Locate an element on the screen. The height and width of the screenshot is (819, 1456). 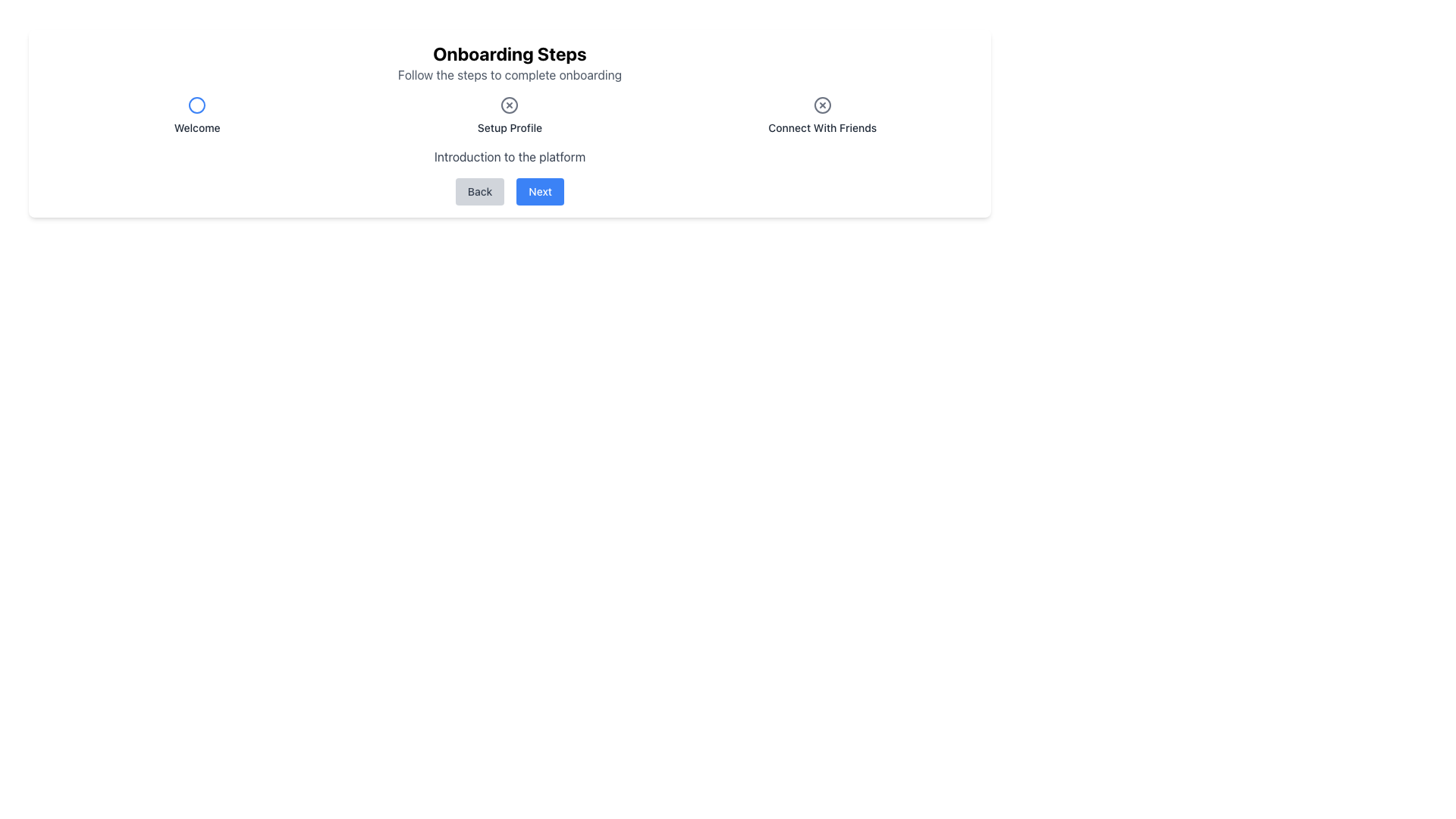
the 'Welcome' section text label, which is located directly below a blue circular icon and is the leftmost element in a group of three sections is located at coordinates (196, 115).